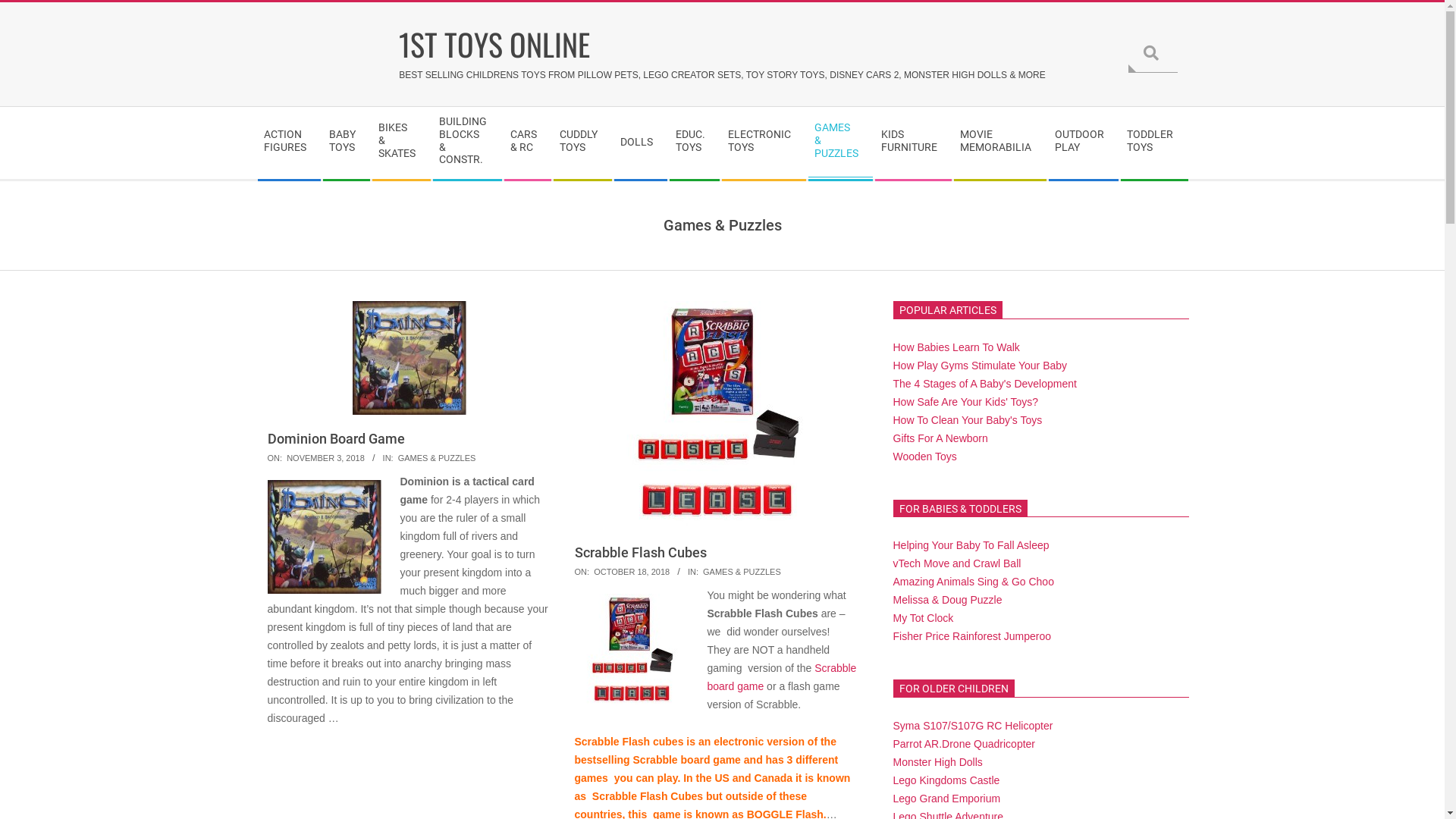  Describe the element at coordinates (502, 143) in the screenshot. I see `'CARS & RC'` at that location.